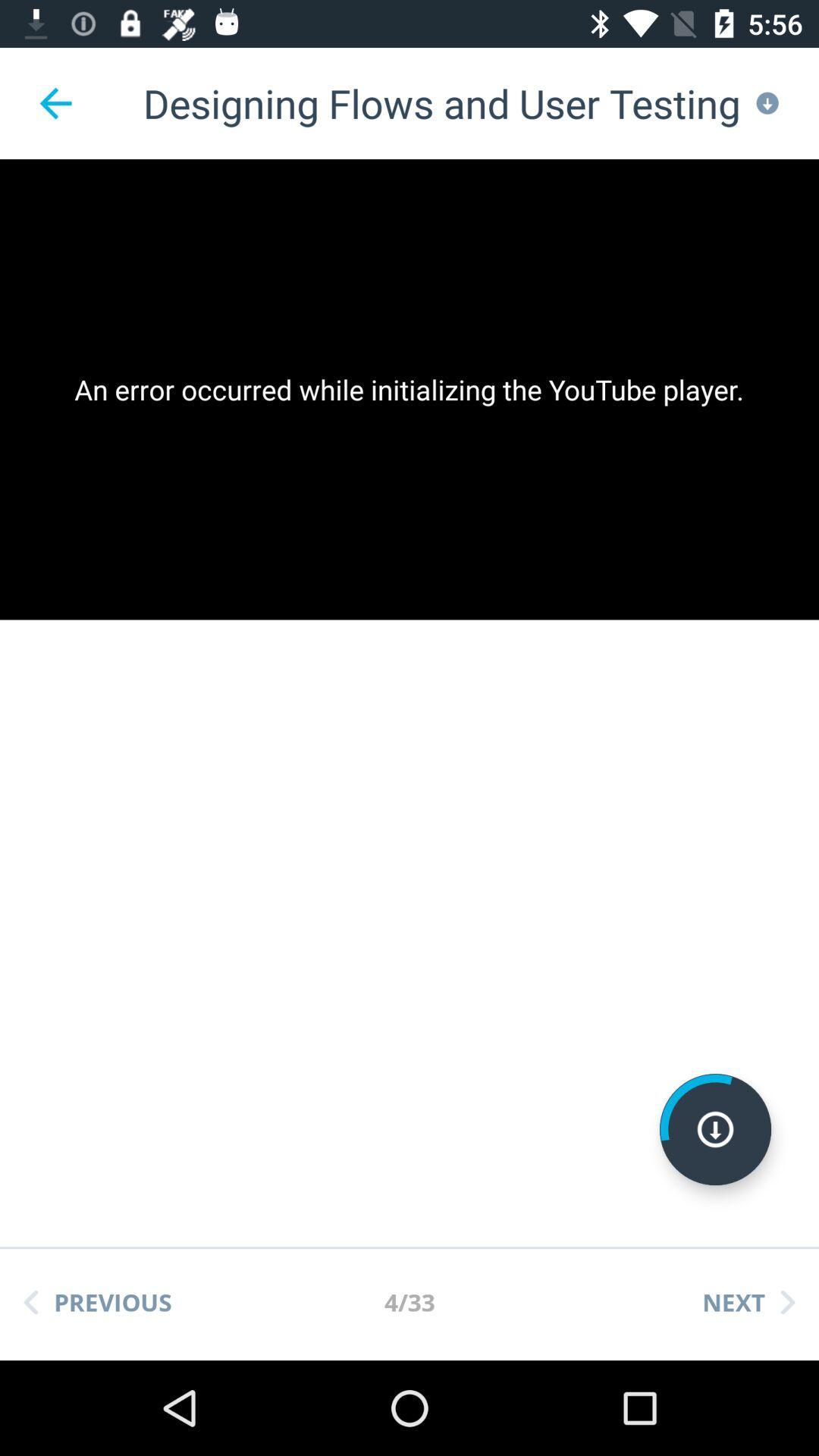 The width and height of the screenshot is (819, 1456). I want to click on the app below the an error occurred item, so click(97, 1301).